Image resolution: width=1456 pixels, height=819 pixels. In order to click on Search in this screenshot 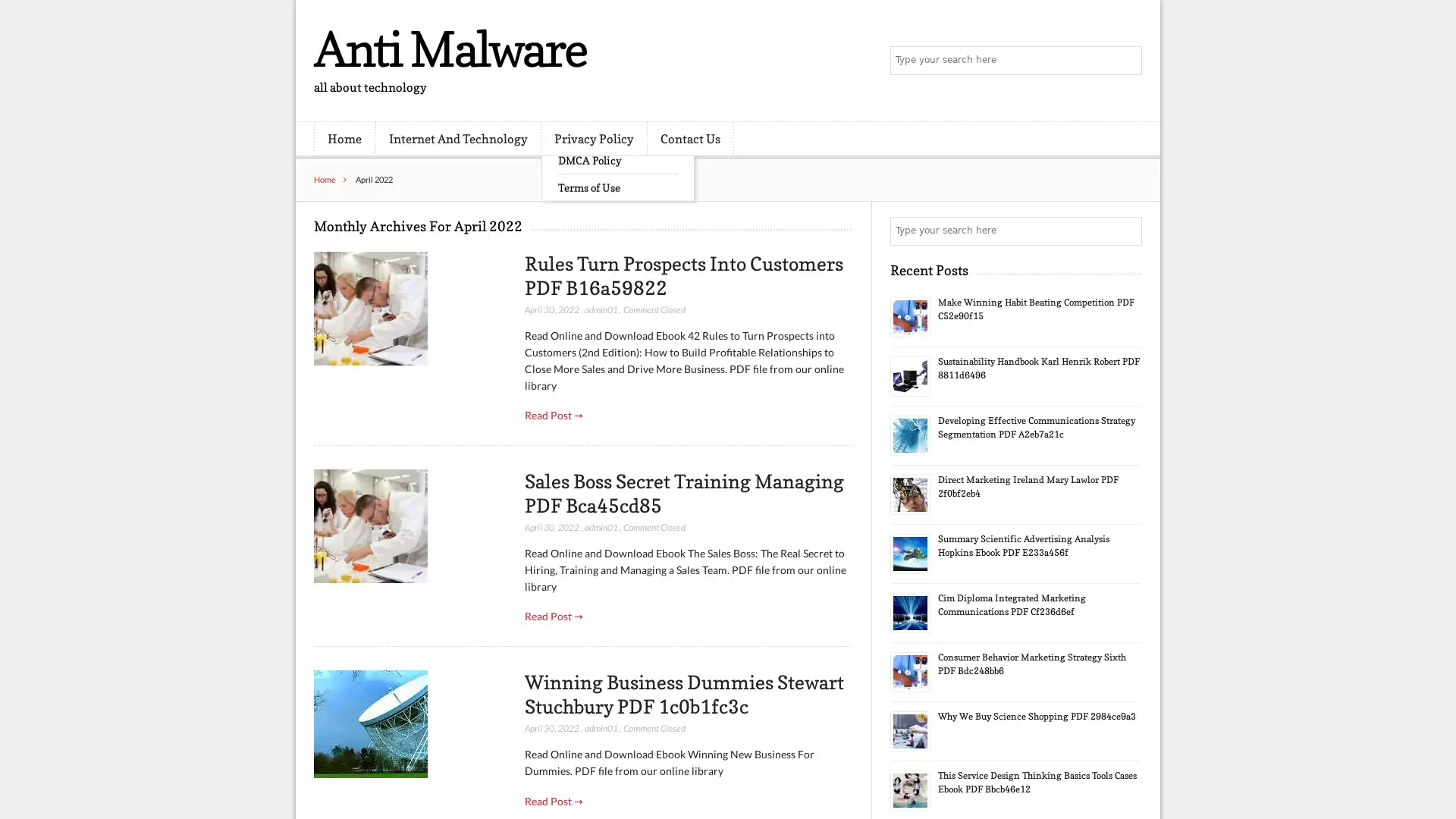, I will do `click(1126, 231)`.